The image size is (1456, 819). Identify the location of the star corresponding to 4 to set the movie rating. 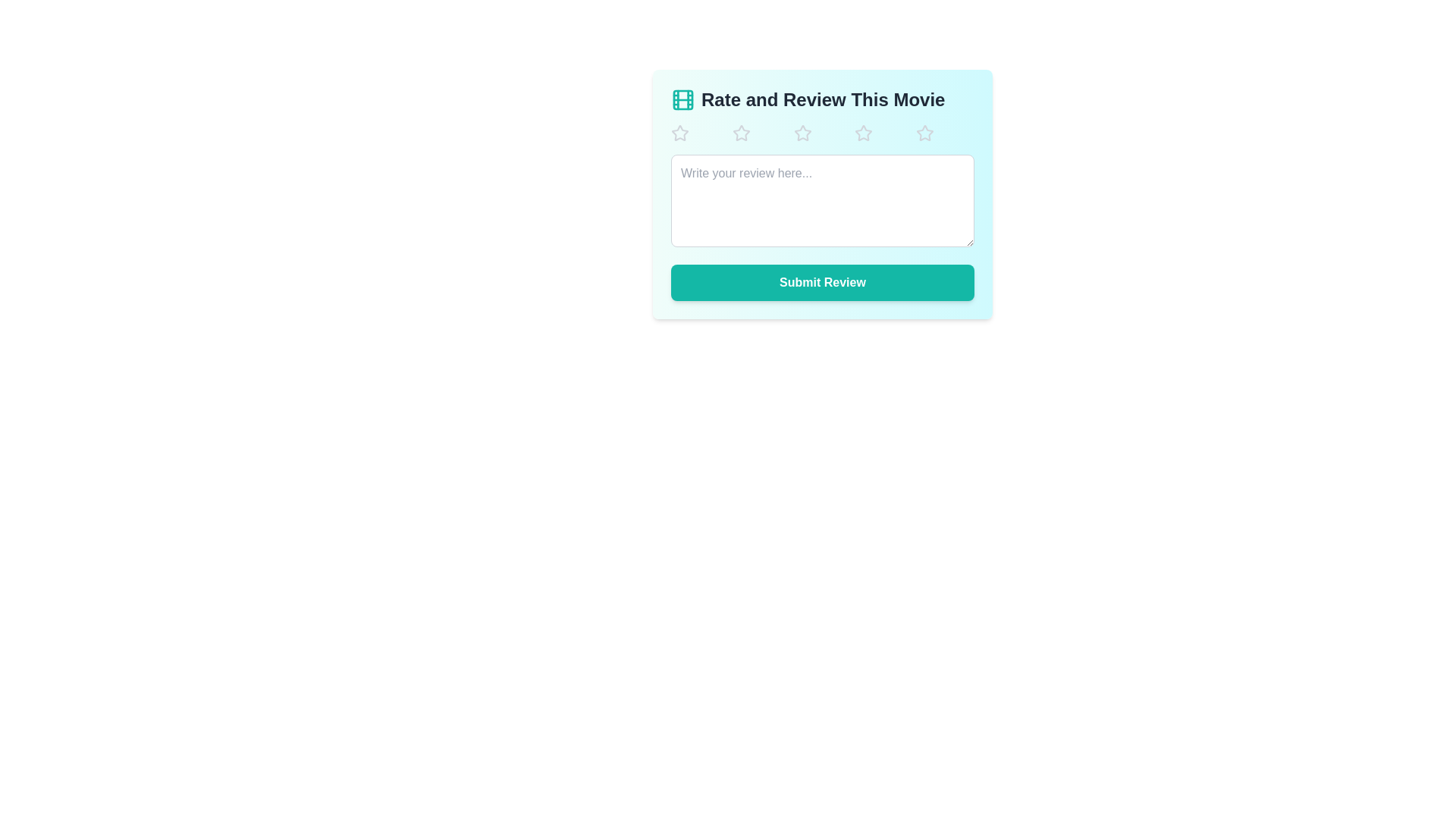
(884, 133).